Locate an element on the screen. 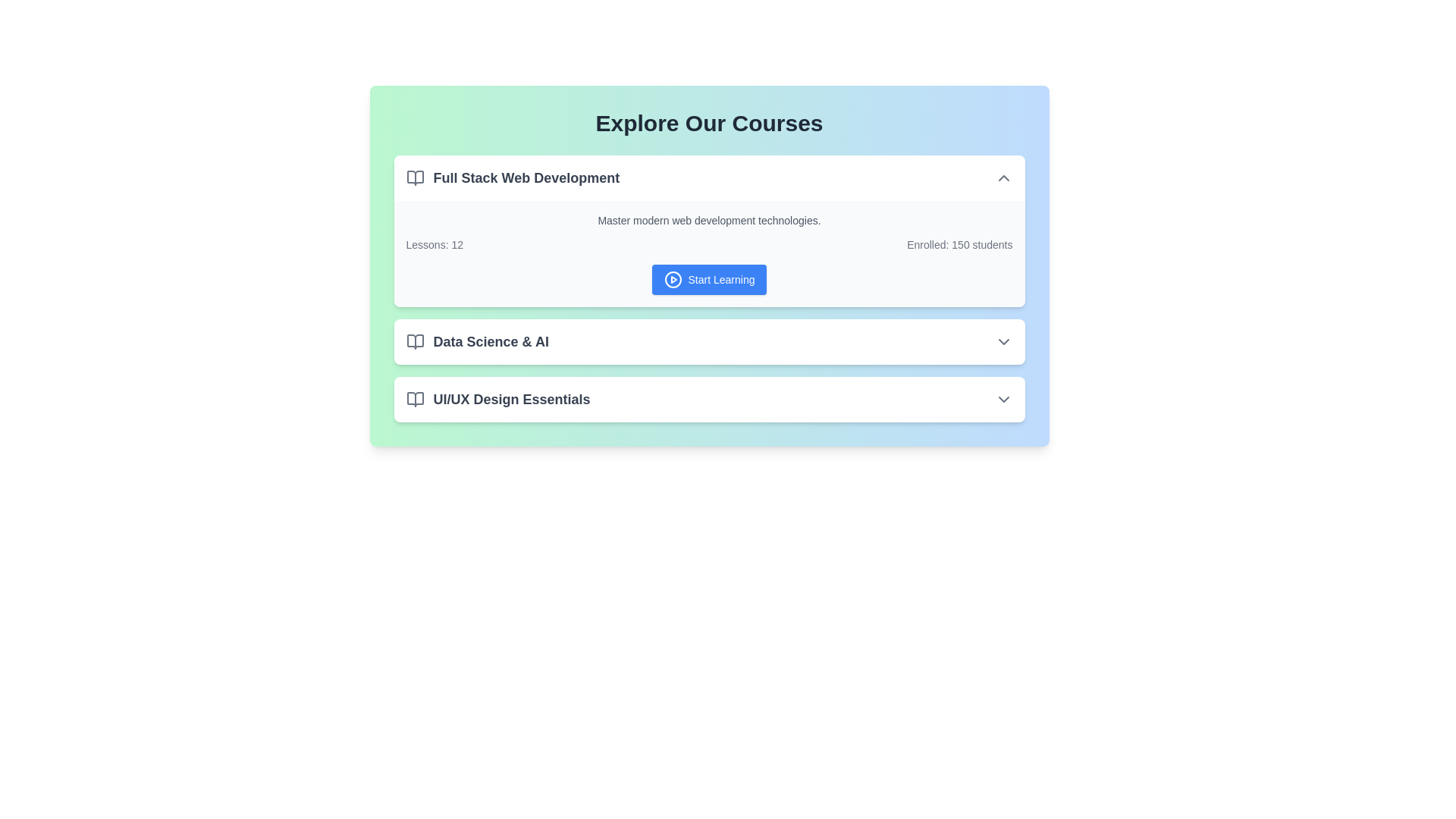 Image resolution: width=1456 pixels, height=819 pixels. the button located in the 'Full Stack Web Development' section is located at coordinates (708, 280).